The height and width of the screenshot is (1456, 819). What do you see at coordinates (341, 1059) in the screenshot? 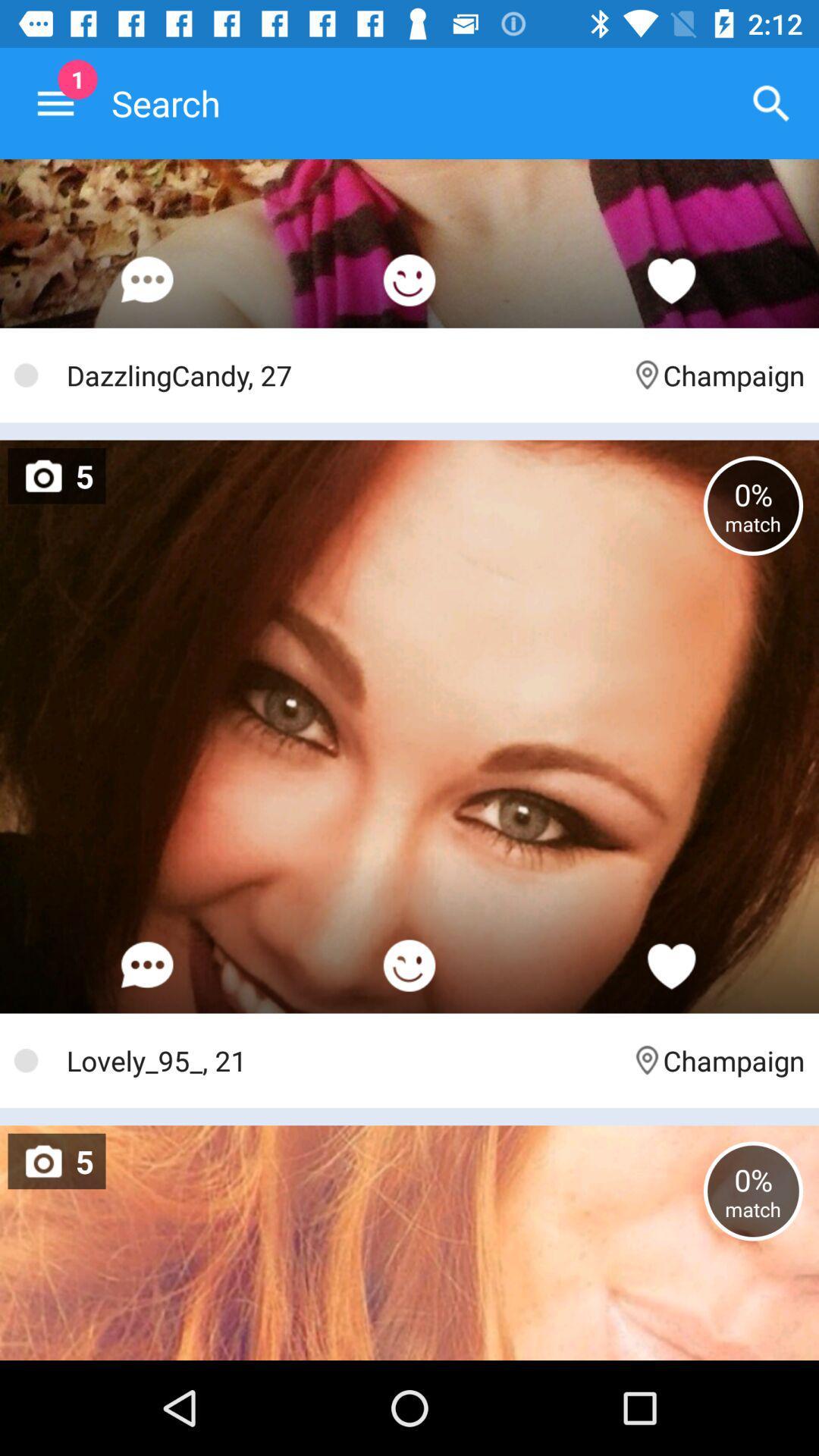
I see `the lovely_95_, 21` at bounding box center [341, 1059].